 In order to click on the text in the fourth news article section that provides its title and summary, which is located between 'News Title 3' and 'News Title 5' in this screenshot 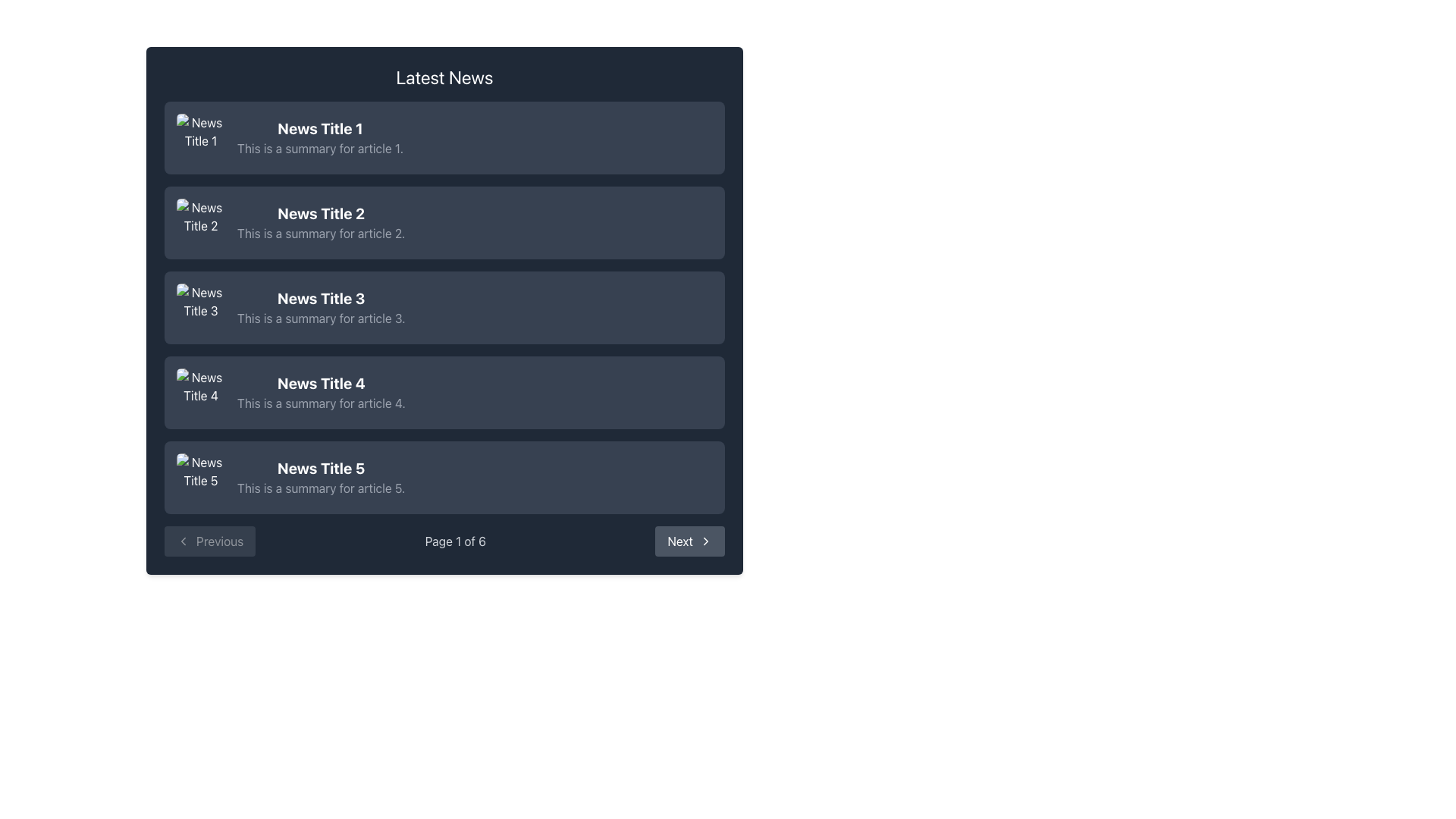, I will do `click(320, 391)`.